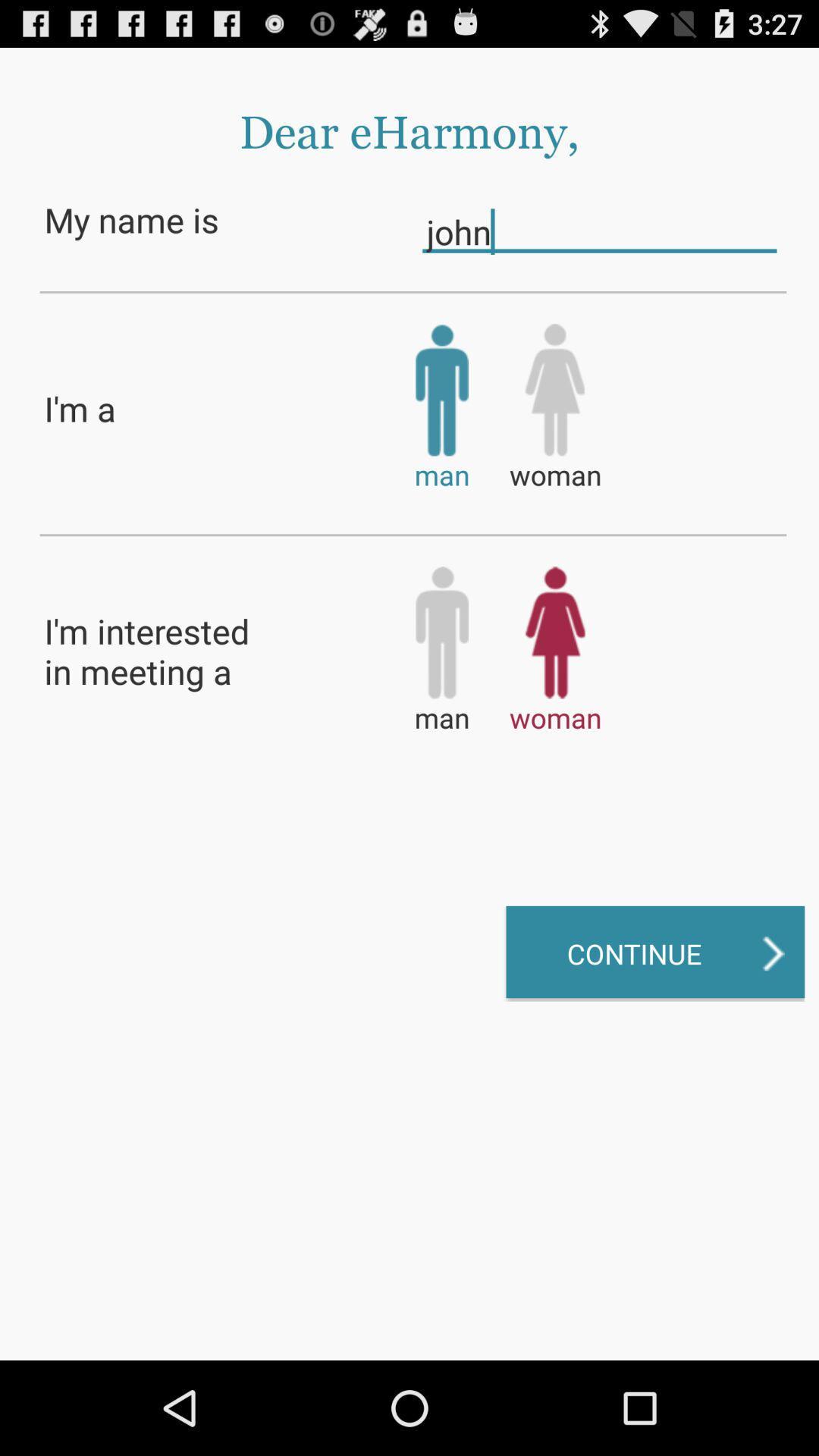  I want to click on the item to the right of the my name is, so click(598, 231).